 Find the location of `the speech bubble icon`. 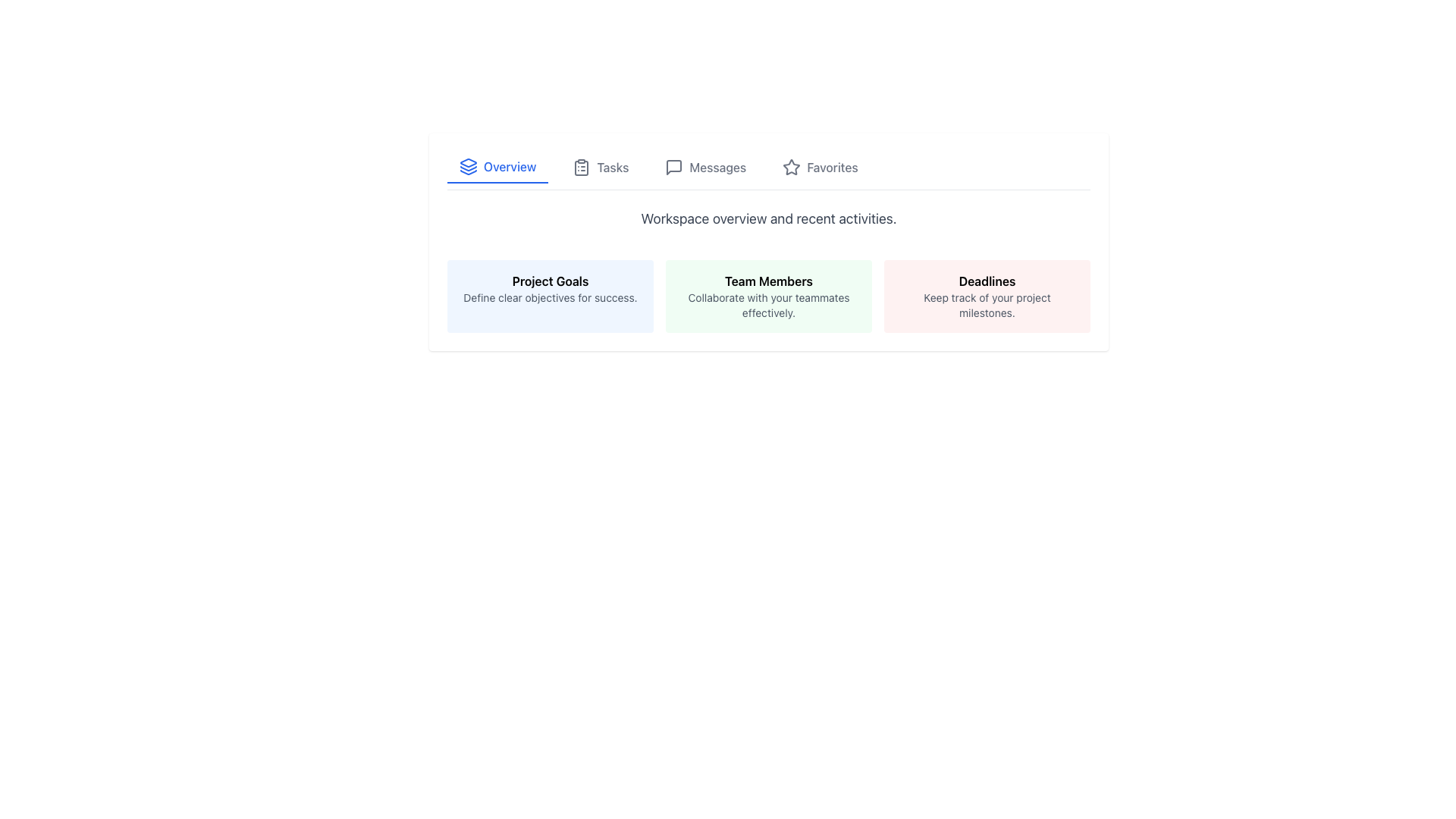

the speech bubble icon is located at coordinates (673, 167).